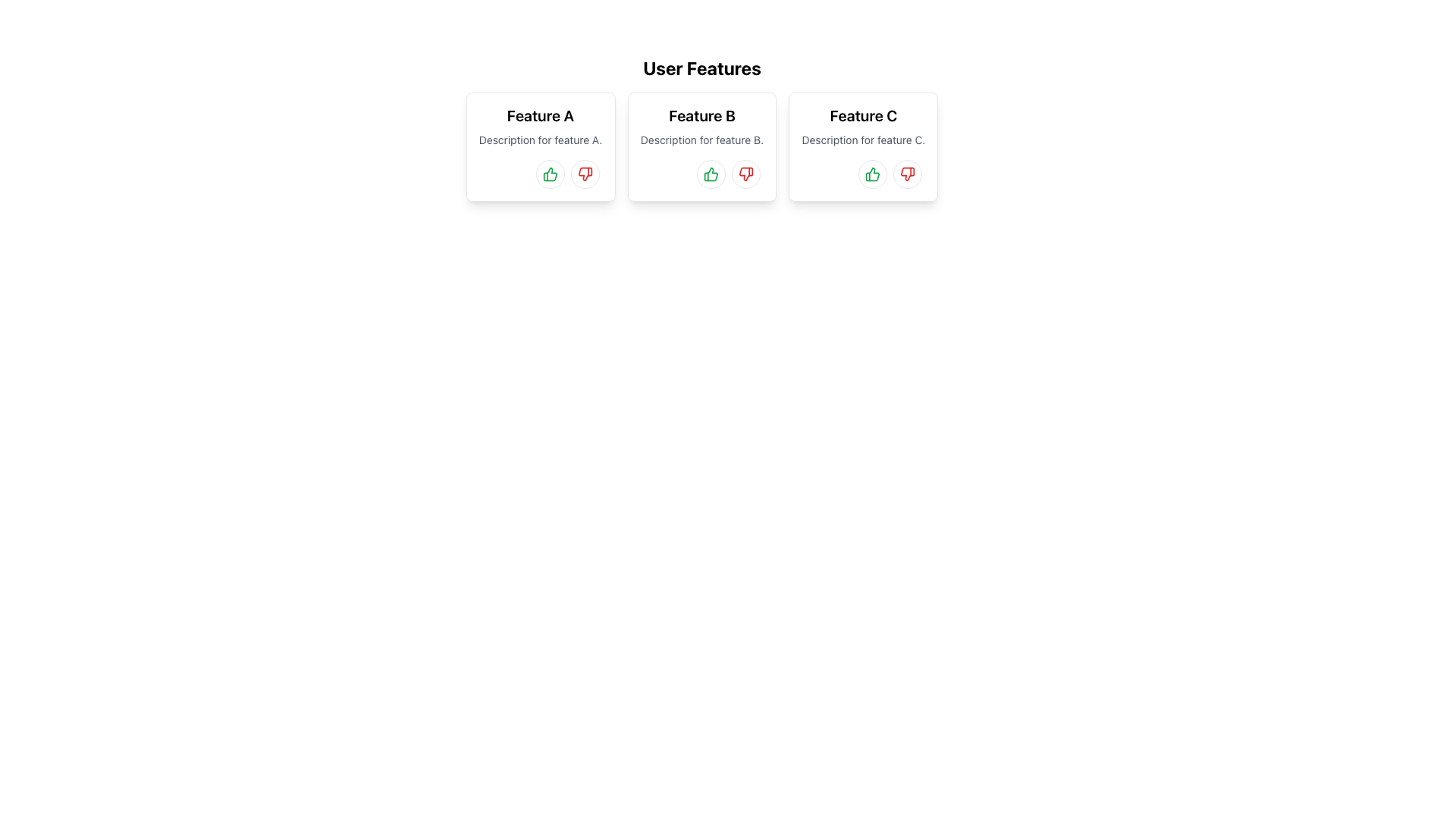 The image size is (1456, 819). I want to click on the text label or heading that serves as the title for the card labeled 'Feature C' in the 'User Features' section, so click(863, 115).